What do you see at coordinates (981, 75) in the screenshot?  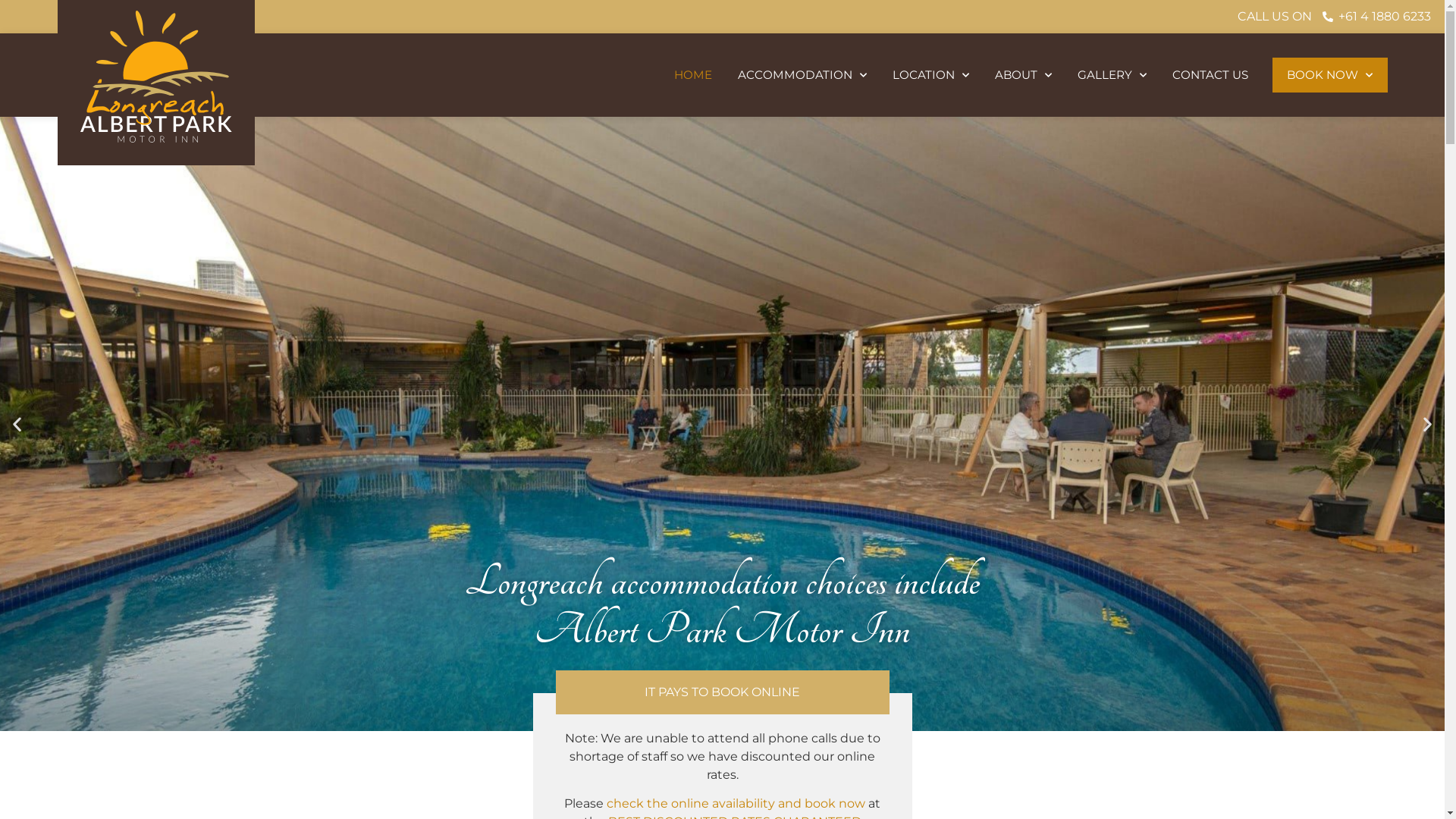 I see `'ABOUT'` at bounding box center [981, 75].